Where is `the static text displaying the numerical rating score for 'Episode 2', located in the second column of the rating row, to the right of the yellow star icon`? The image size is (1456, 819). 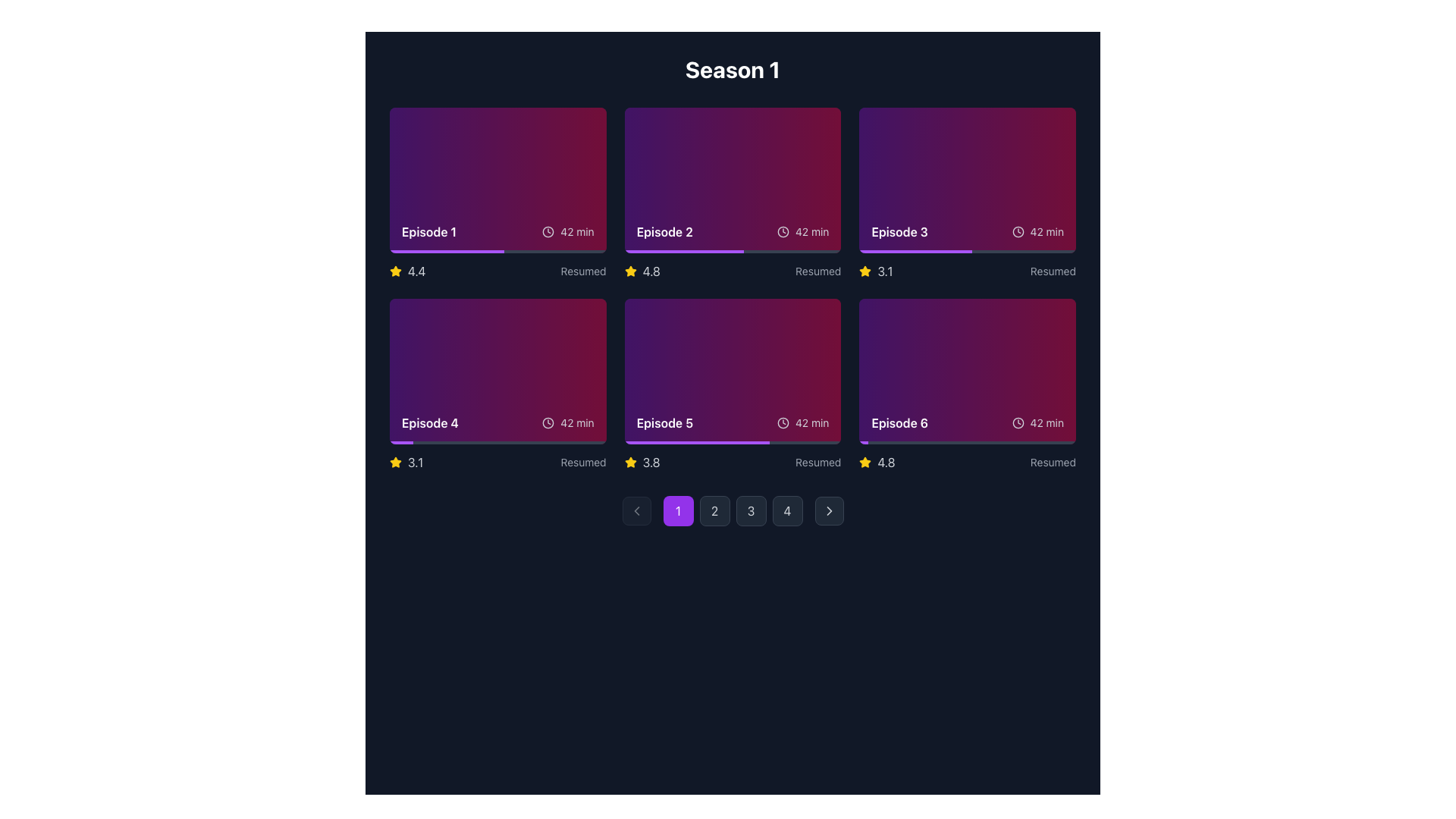 the static text displaying the numerical rating score for 'Episode 2', located in the second column of the rating row, to the right of the yellow star icon is located at coordinates (651, 271).